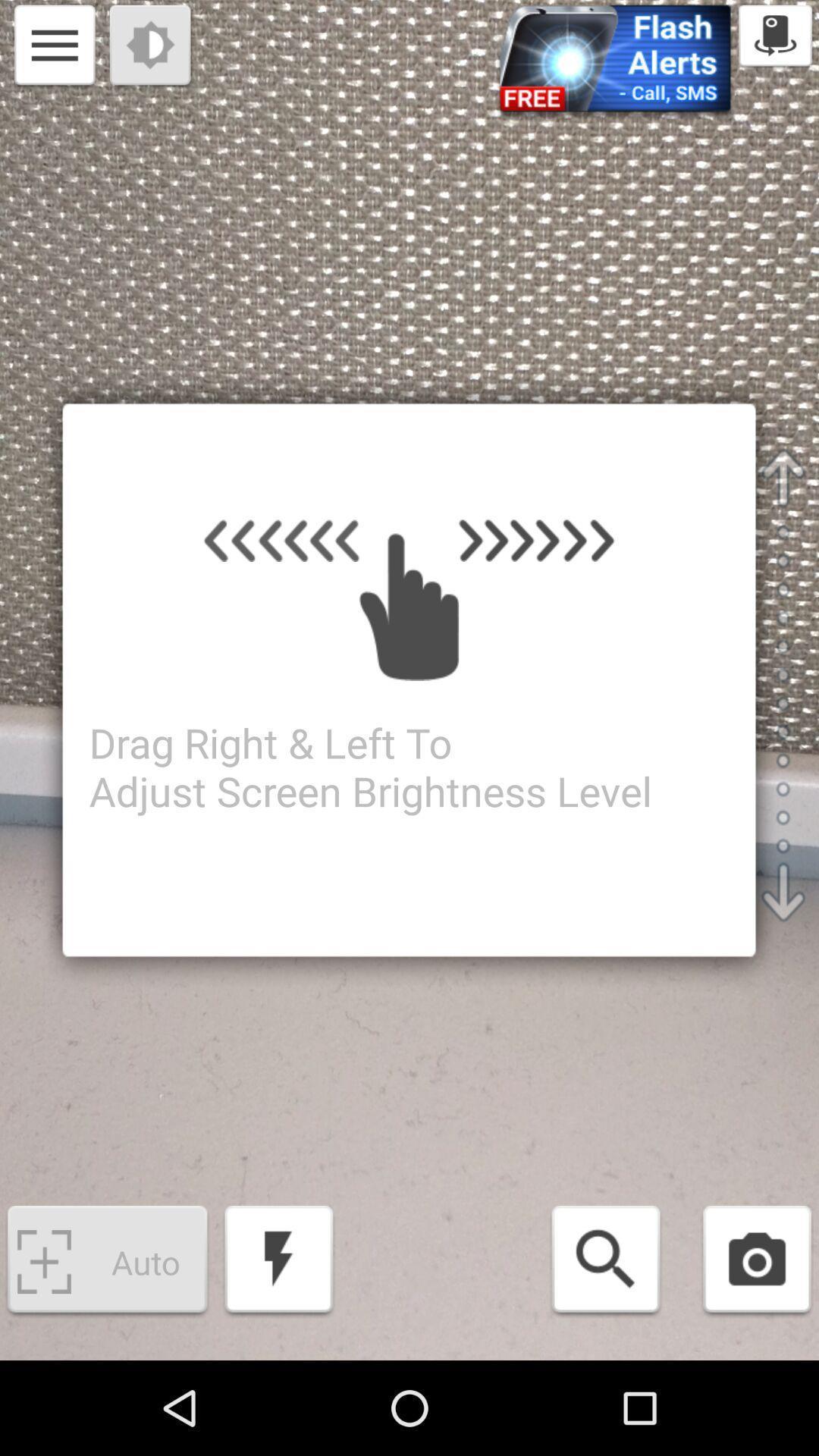 Image resolution: width=819 pixels, height=1456 pixels. I want to click on the button at the bottom, so click(278, 1262).